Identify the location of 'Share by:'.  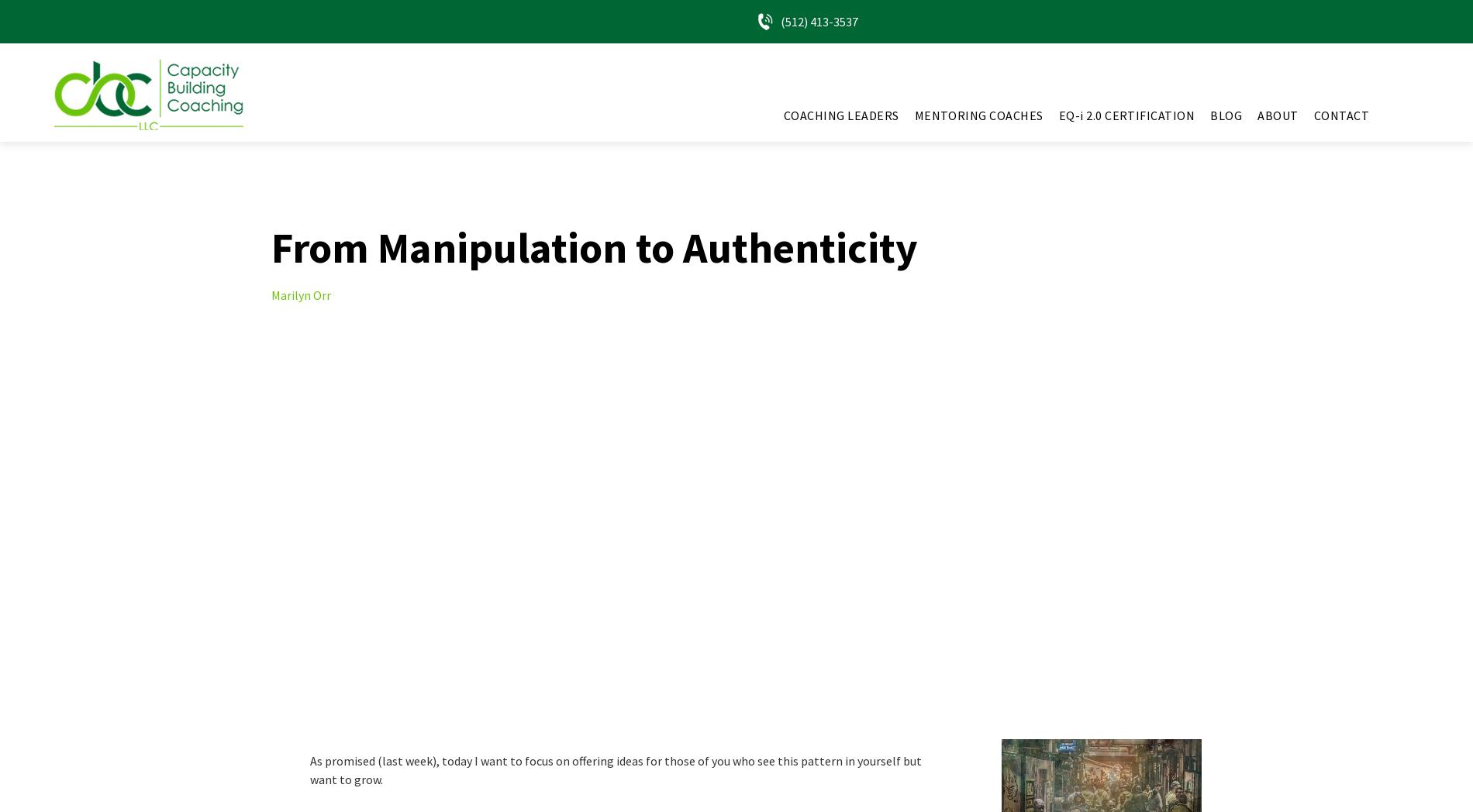
(31, 39).